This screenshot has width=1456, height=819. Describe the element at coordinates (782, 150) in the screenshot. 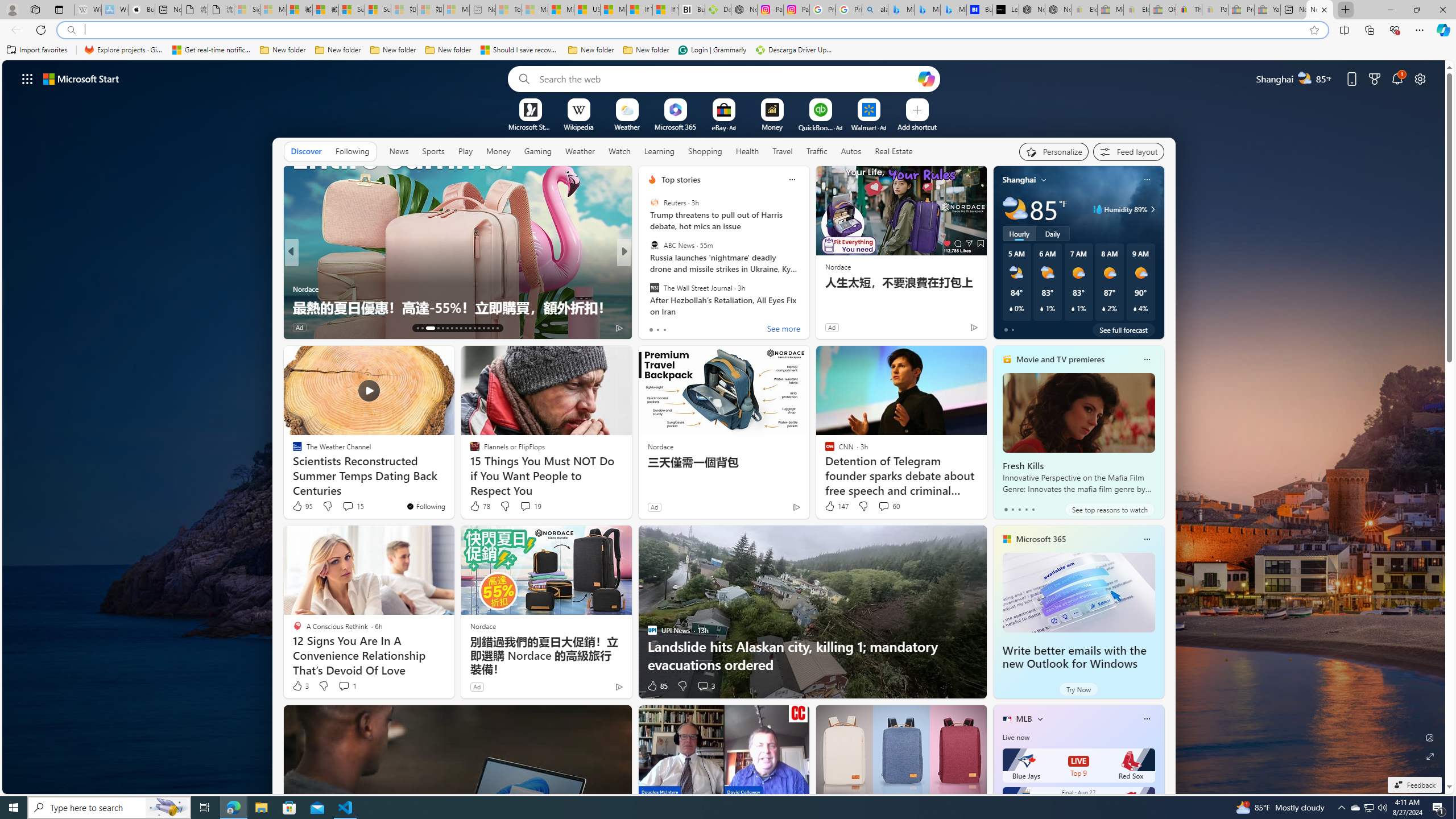

I see `'Travel'` at that location.